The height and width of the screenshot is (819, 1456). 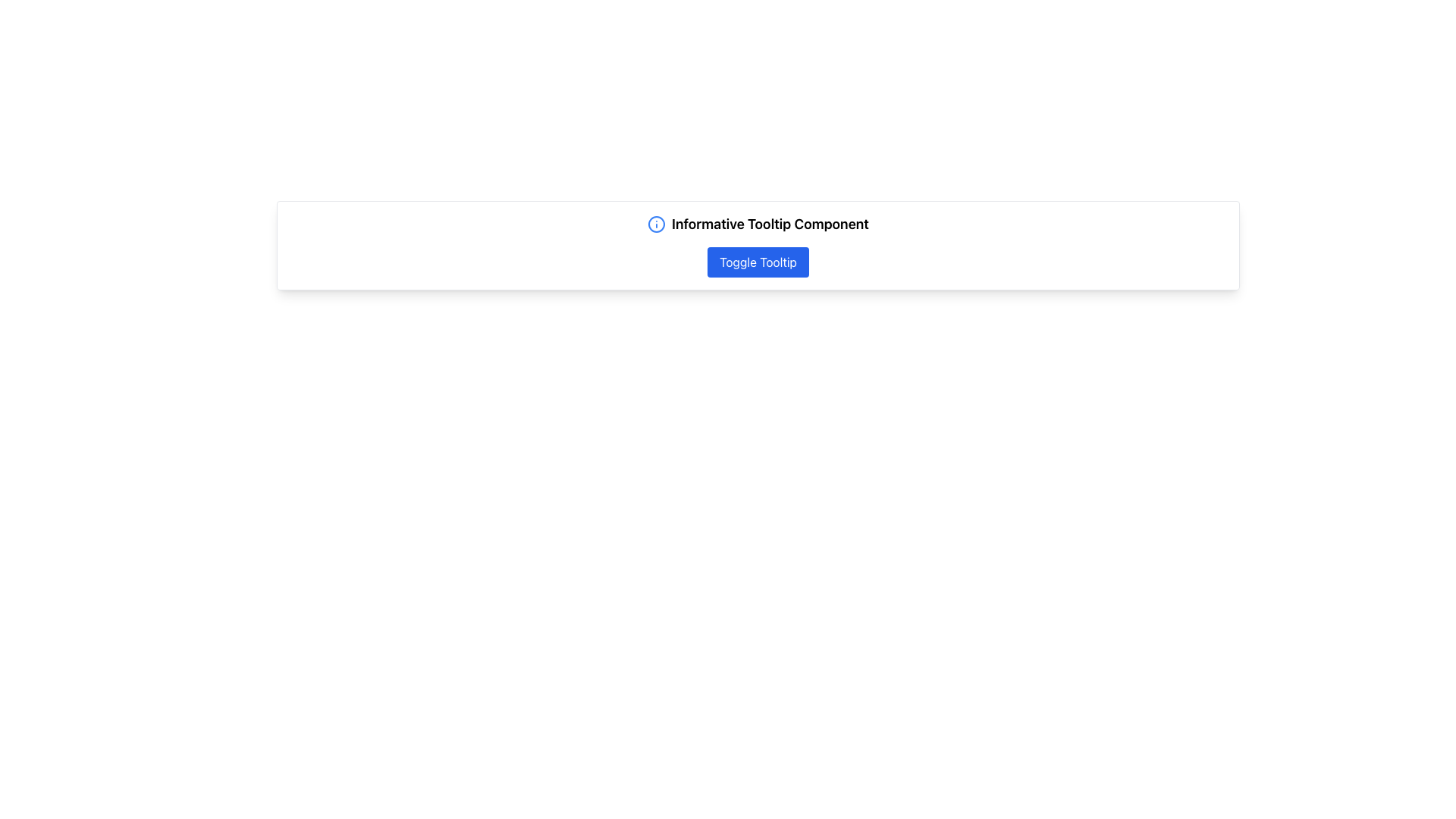 I want to click on the text label displaying 'Informative Tooltip Component', which is styled with a larger font size and bold weight, located to the right of the information icon, so click(x=770, y=224).